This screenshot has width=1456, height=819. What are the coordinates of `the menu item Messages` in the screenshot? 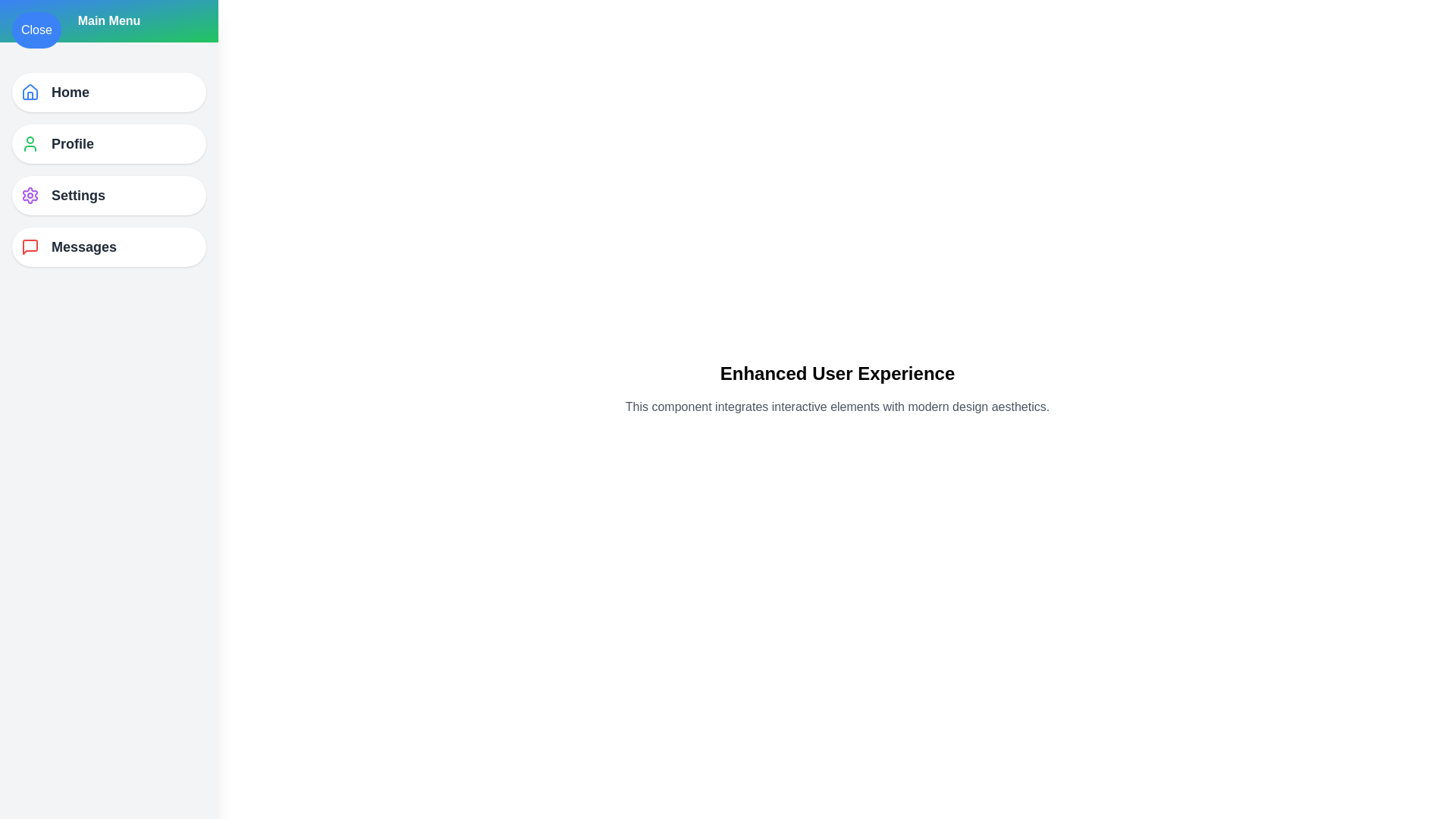 It's located at (108, 246).